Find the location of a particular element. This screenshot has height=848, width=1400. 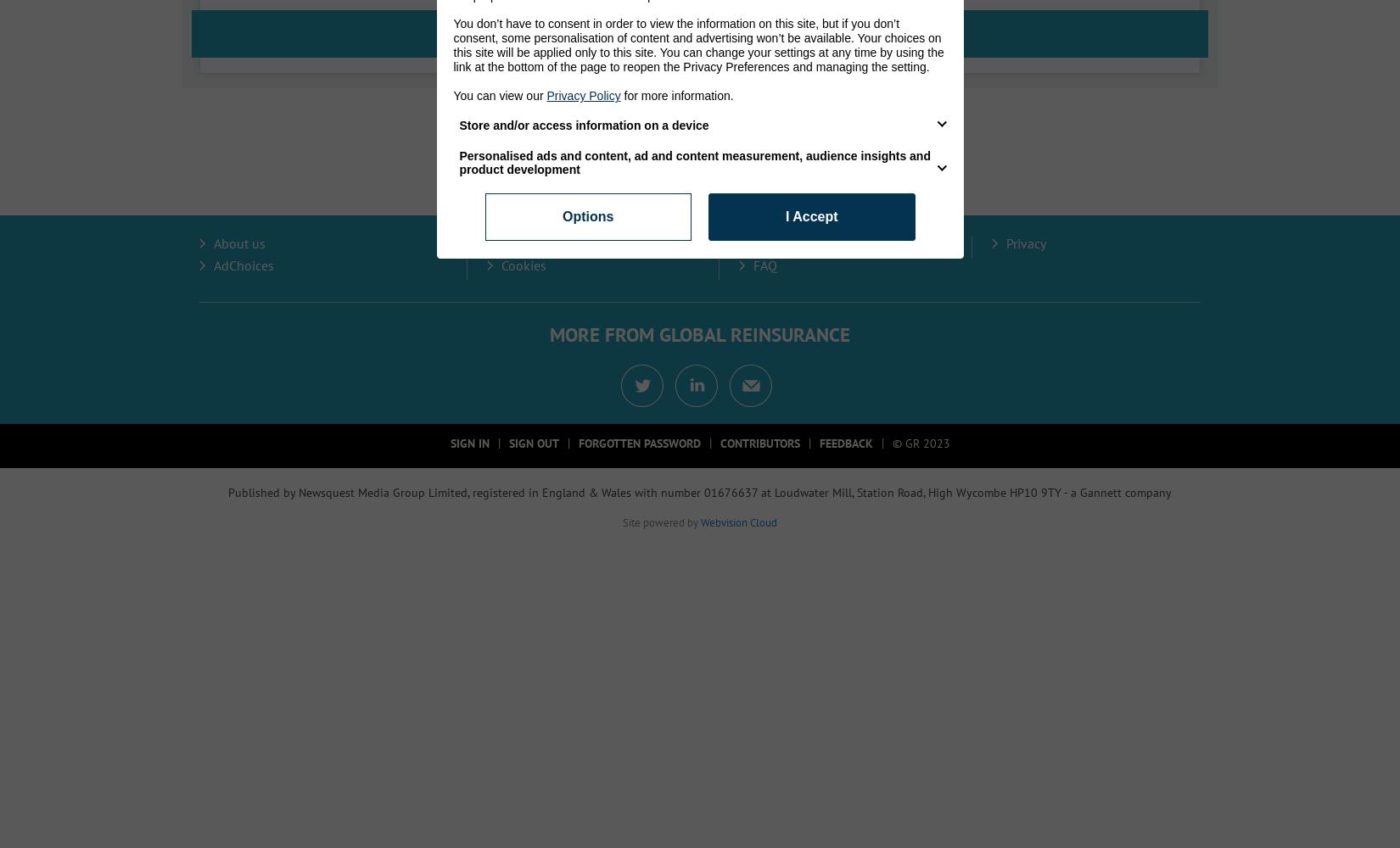

'Contributors' is located at coordinates (759, 444).